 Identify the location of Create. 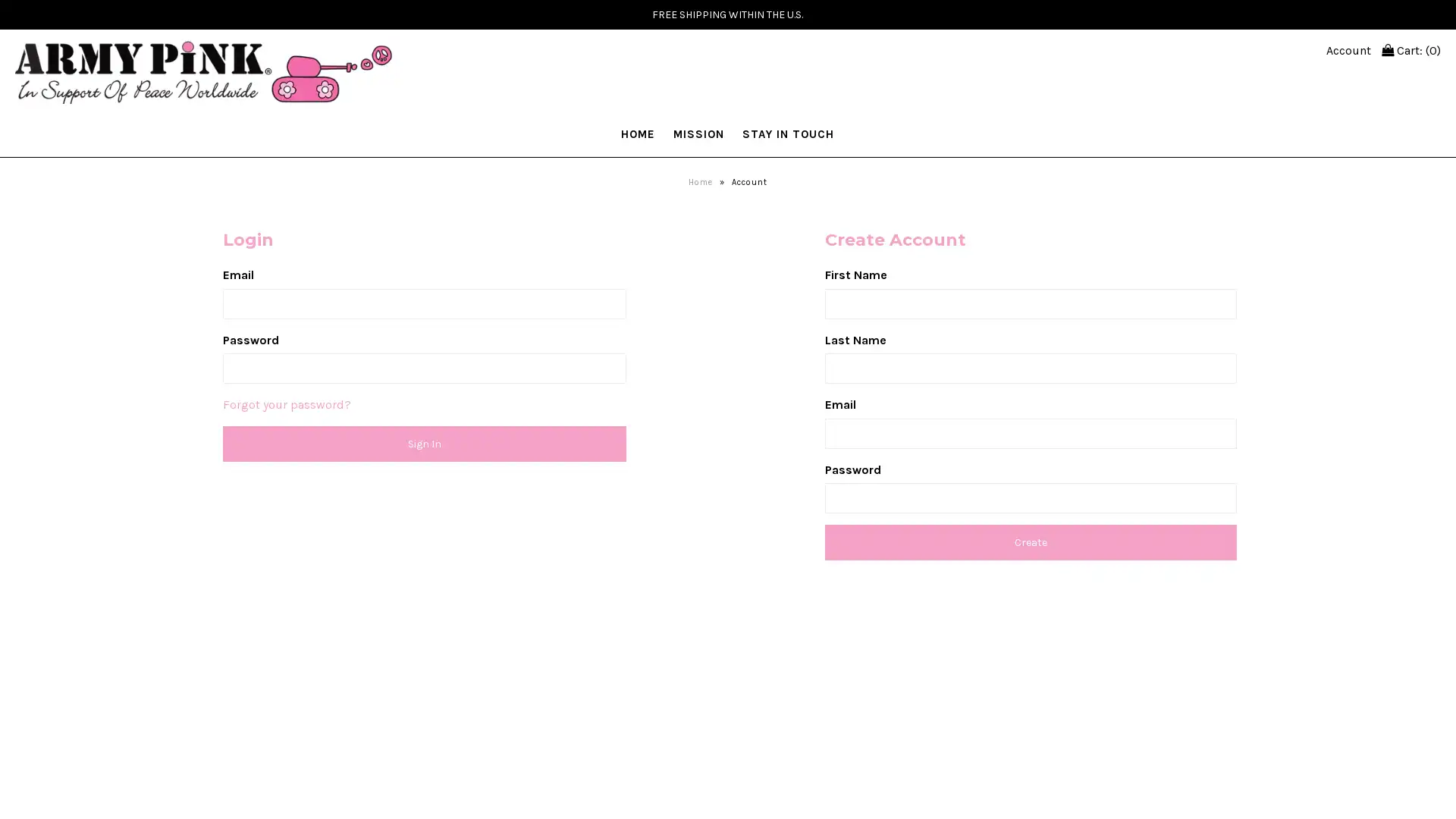
(1031, 541).